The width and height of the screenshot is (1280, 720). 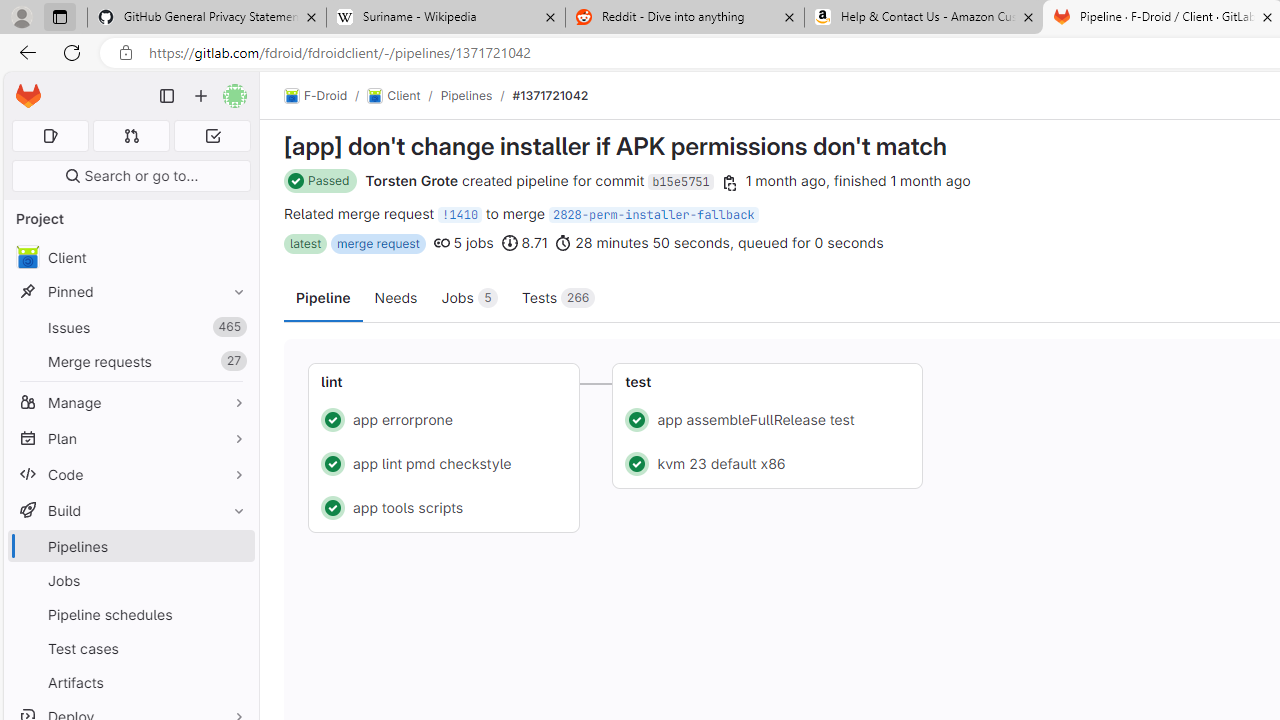 What do you see at coordinates (130, 135) in the screenshot?
I see `'Merge requests 0'` at bounding box center [130, 135].